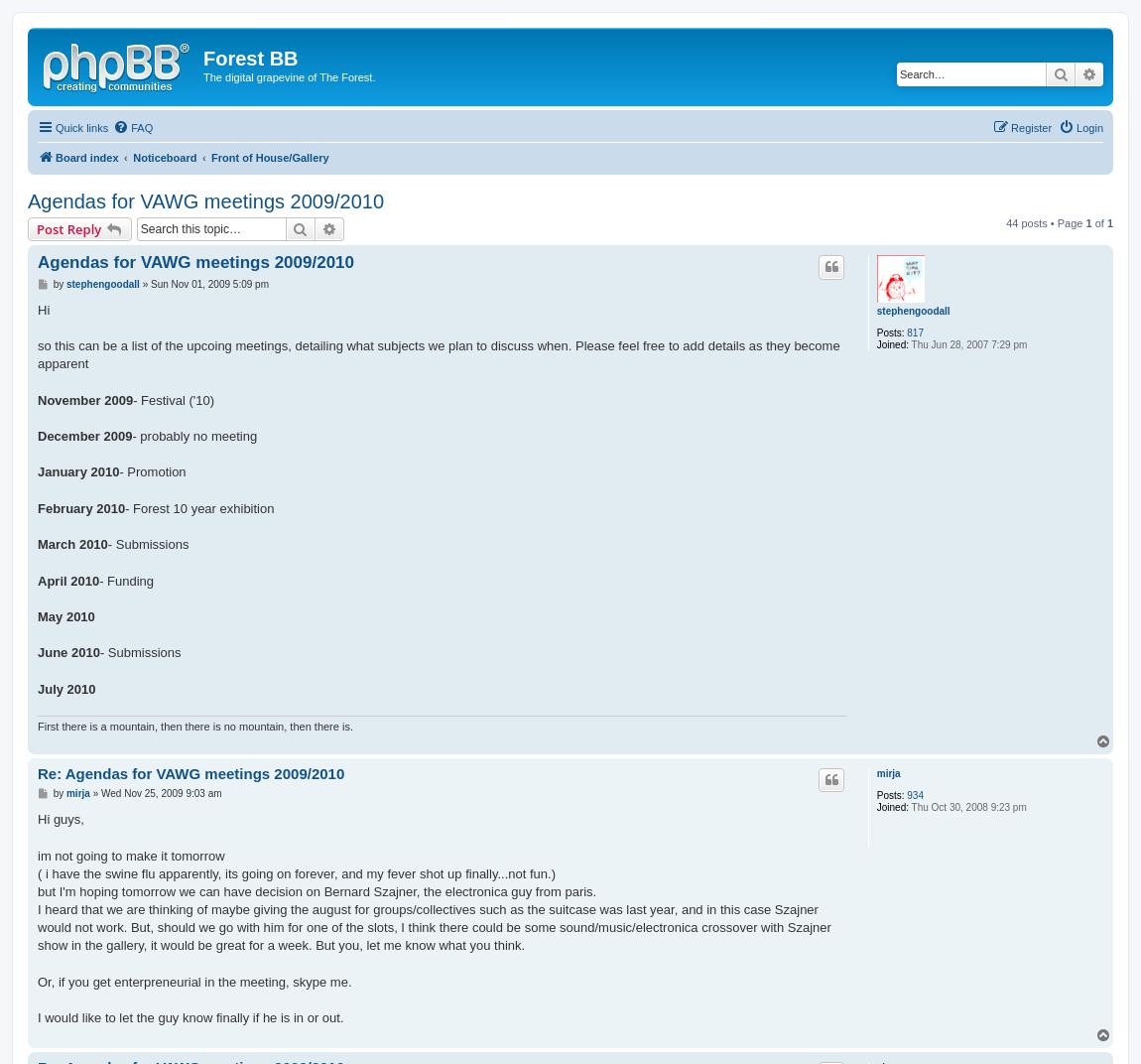 The height and width of the screenshot is (1064, 1141). What do you see at coordinates (438, 354) in the screenshot?
I see `'so this can be a list of the upcoing meetings, detailing what subjects we plan to discuss when. Please feel free to add details as they become apparent'` at bounding box center [438, 354].